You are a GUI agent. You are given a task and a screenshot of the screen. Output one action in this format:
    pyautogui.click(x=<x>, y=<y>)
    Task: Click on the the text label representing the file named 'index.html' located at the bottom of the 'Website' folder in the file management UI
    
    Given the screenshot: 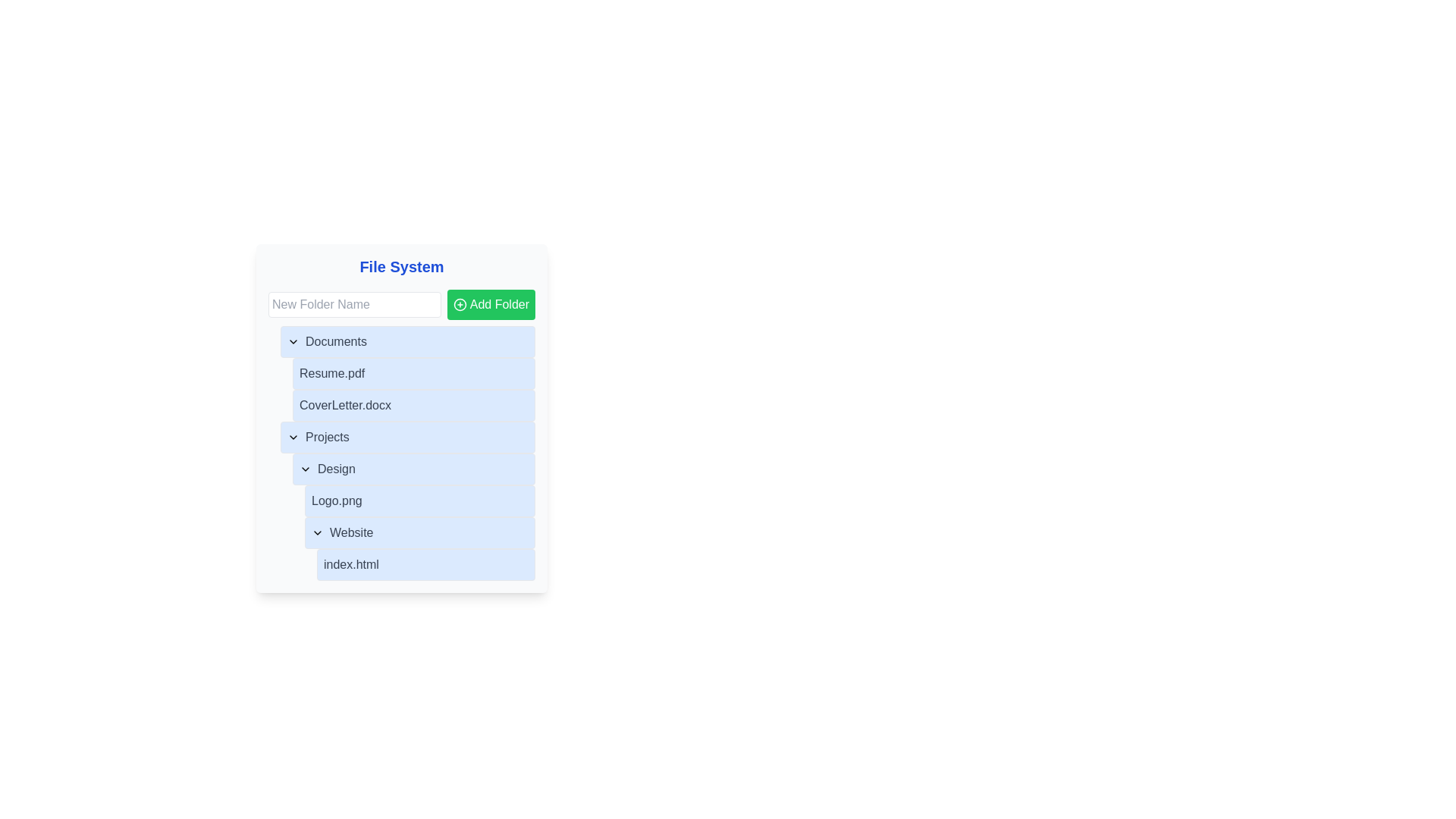 What is the action you would take?
    pyautogui.click(x=350, y=564)
    